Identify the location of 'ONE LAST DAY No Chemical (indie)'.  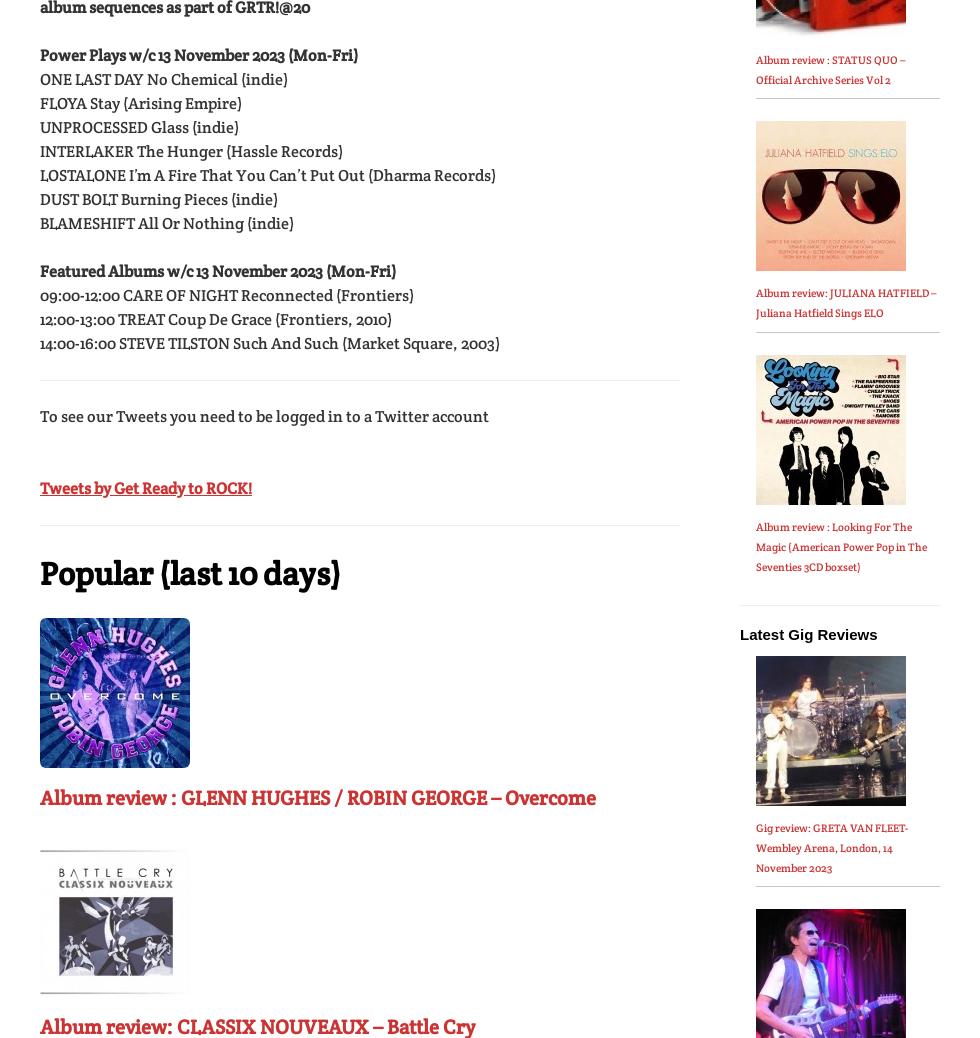
(163, 77).